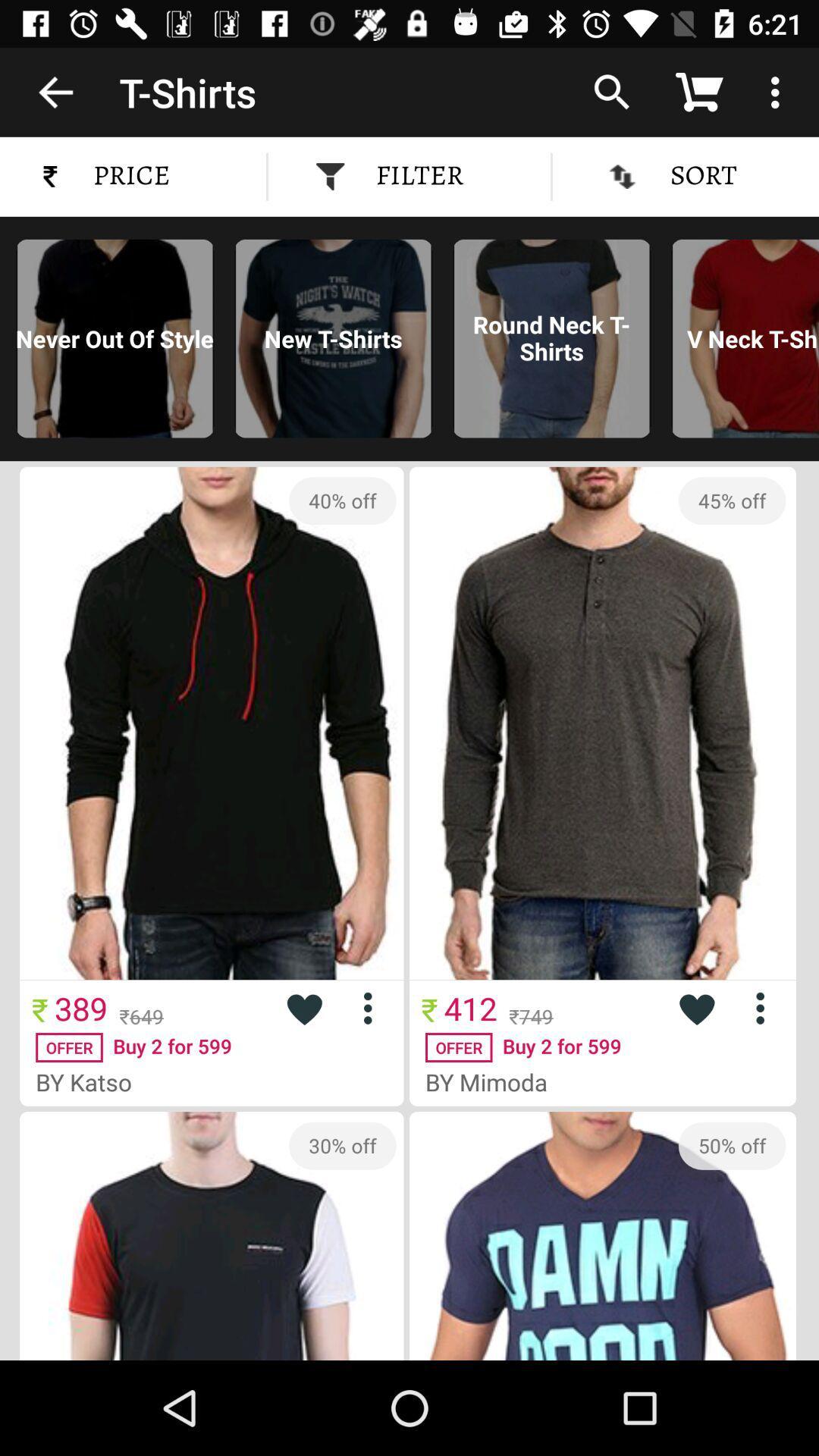  I want to click on menu for highlighted item, so click(374, 1008).